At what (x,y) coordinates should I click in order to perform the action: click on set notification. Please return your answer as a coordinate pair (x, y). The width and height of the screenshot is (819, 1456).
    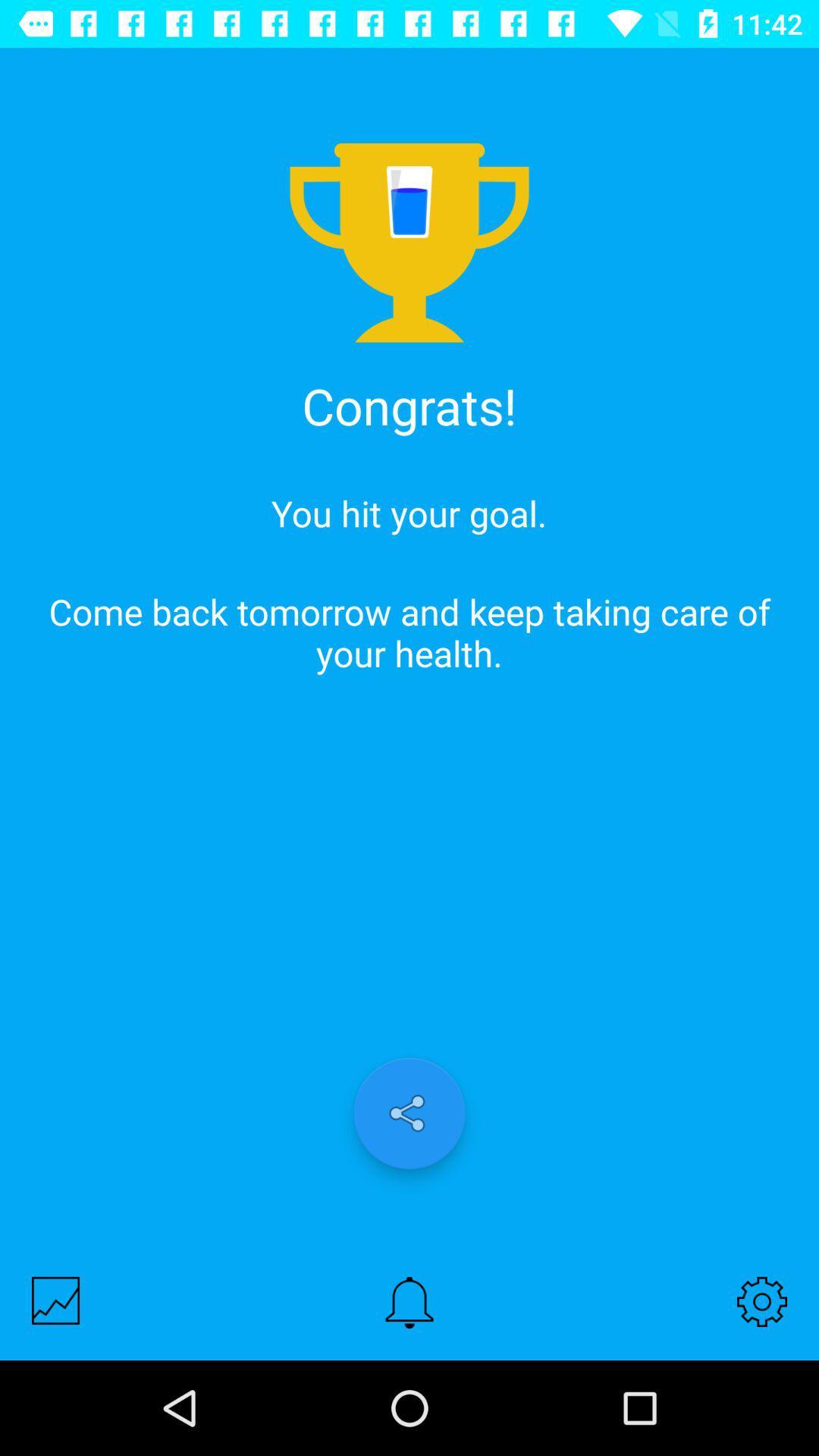
    Looking at the image, I should click on (409, 1301).